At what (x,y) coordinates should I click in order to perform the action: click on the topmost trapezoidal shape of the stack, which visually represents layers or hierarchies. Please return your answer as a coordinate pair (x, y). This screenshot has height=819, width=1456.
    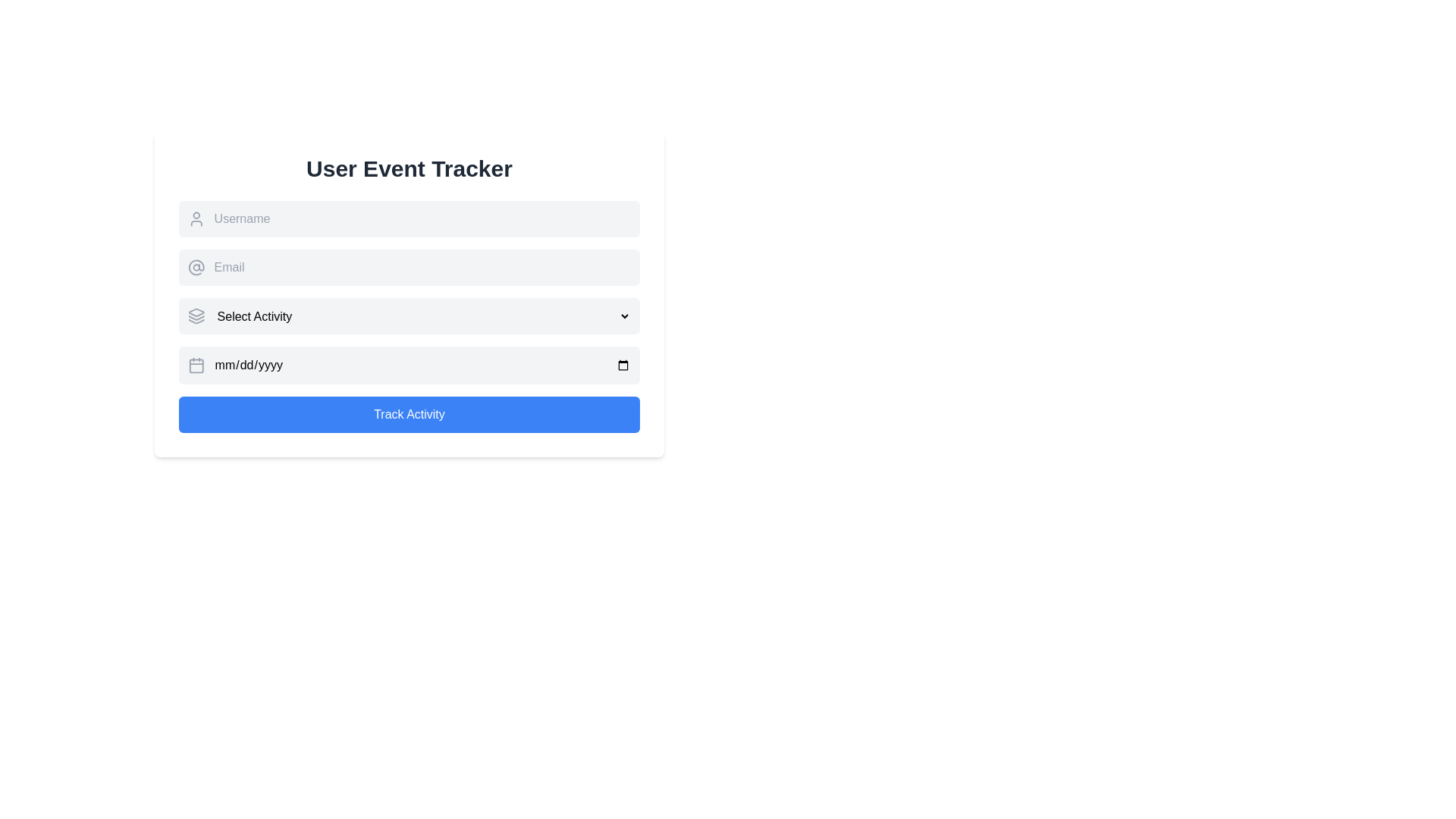
    Looking at the image, I should click on (196, 312).